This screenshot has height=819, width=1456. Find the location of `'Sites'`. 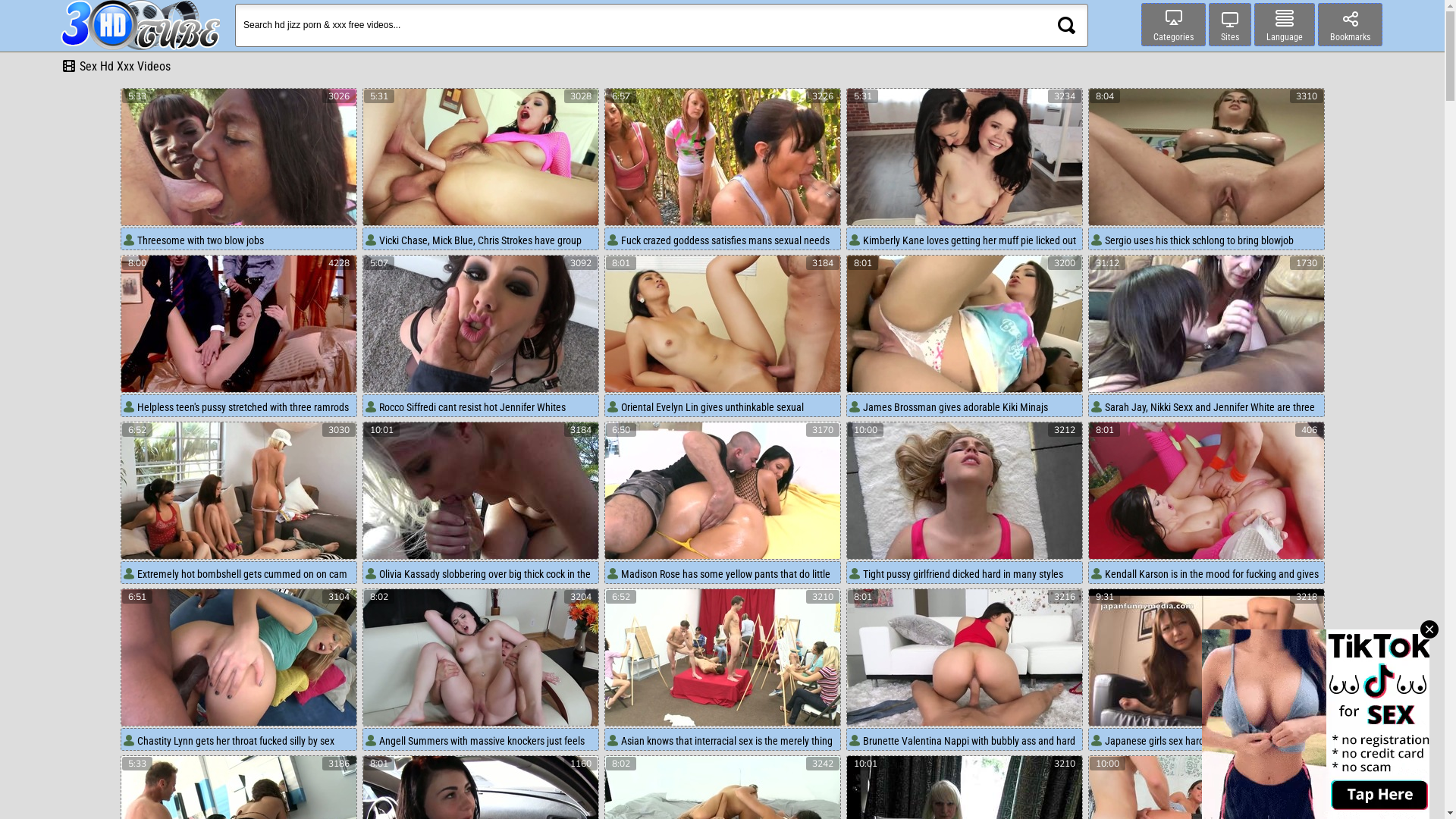

'Sites' is located at coordinates (1207, 24).